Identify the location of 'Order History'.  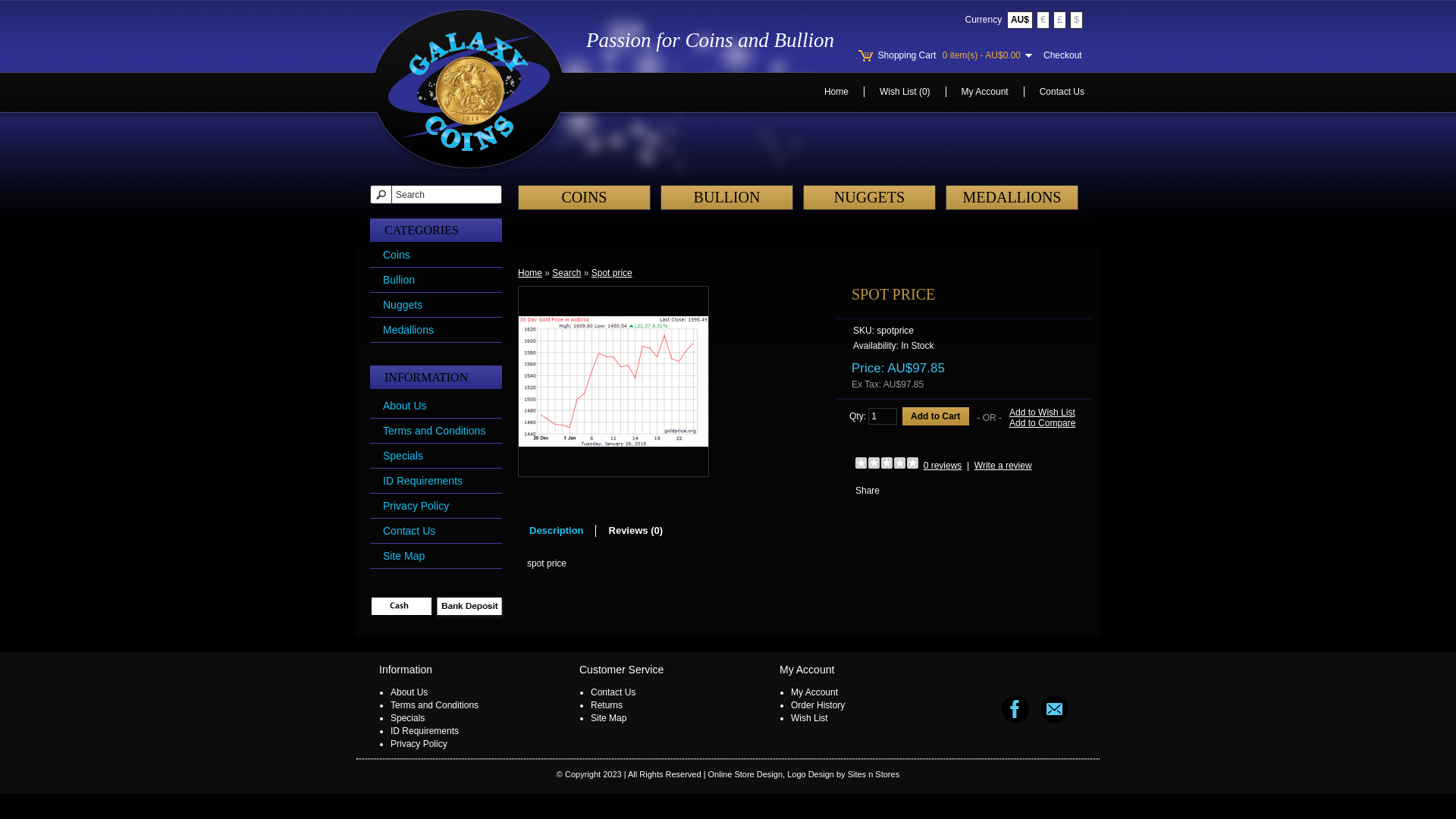
(817, 704).